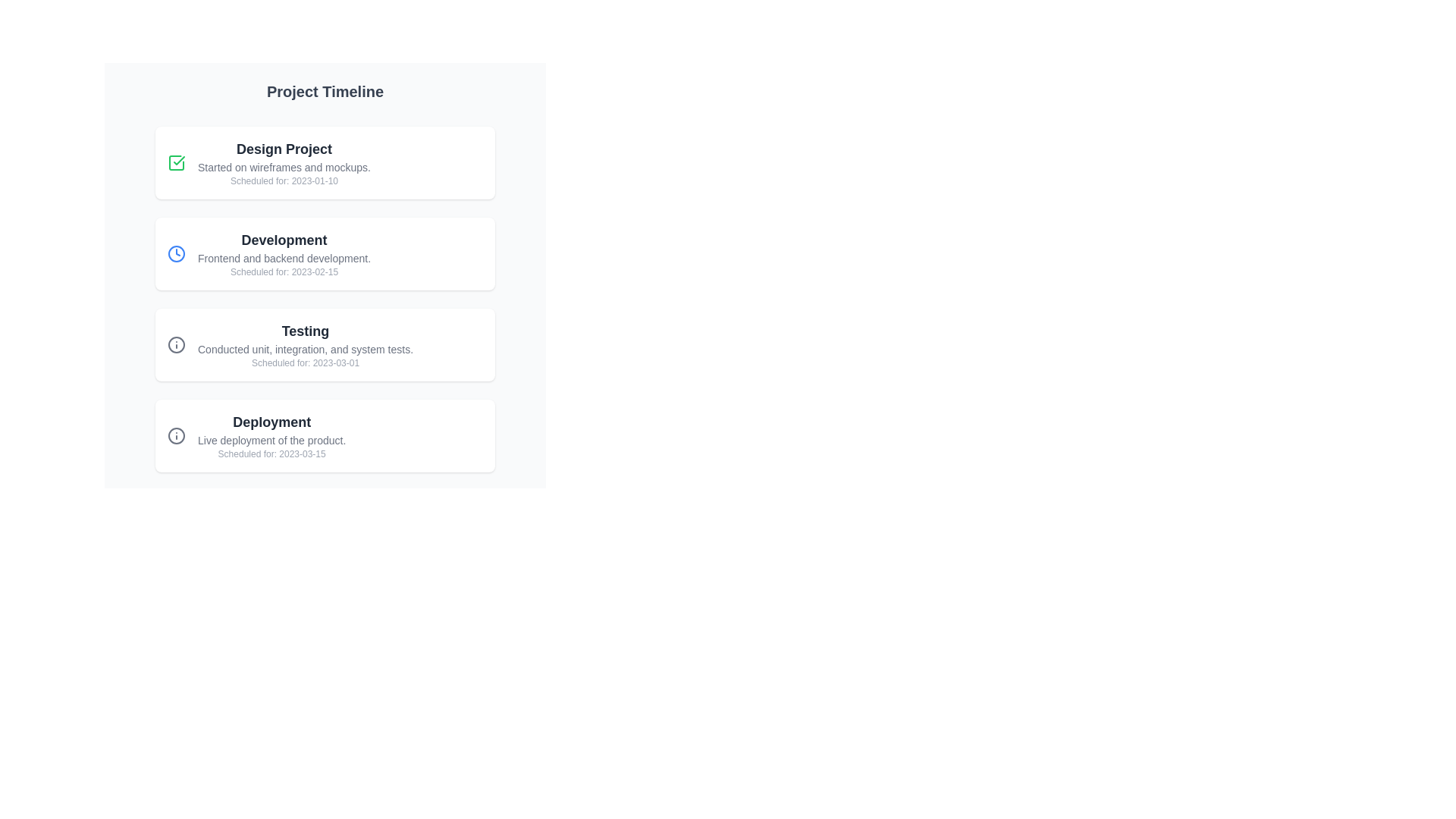  Describe the element at coordinates (179, 161) in the screenshot. I see `the green checkmark icon within the SVG graphic that represents the first item in the timeline labeled 'Design Project', if it is interactive` at that location.